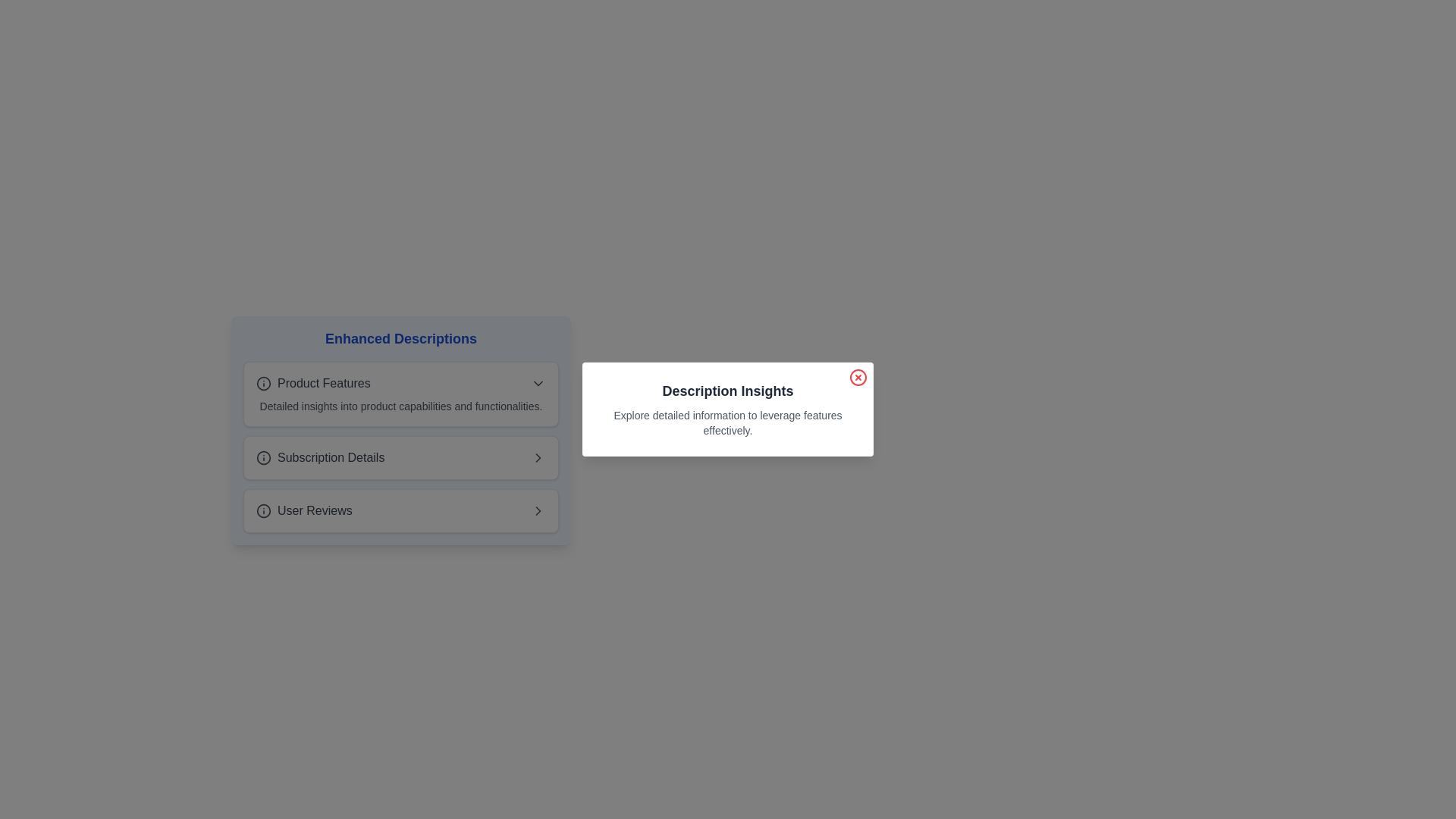  What do you see at coordinates (538, 511) in the screenshot?
I see `the Navigation indicator icon (chevron) located at the far right end of the 'User Reviews' row` at bounding box center [538, 511].